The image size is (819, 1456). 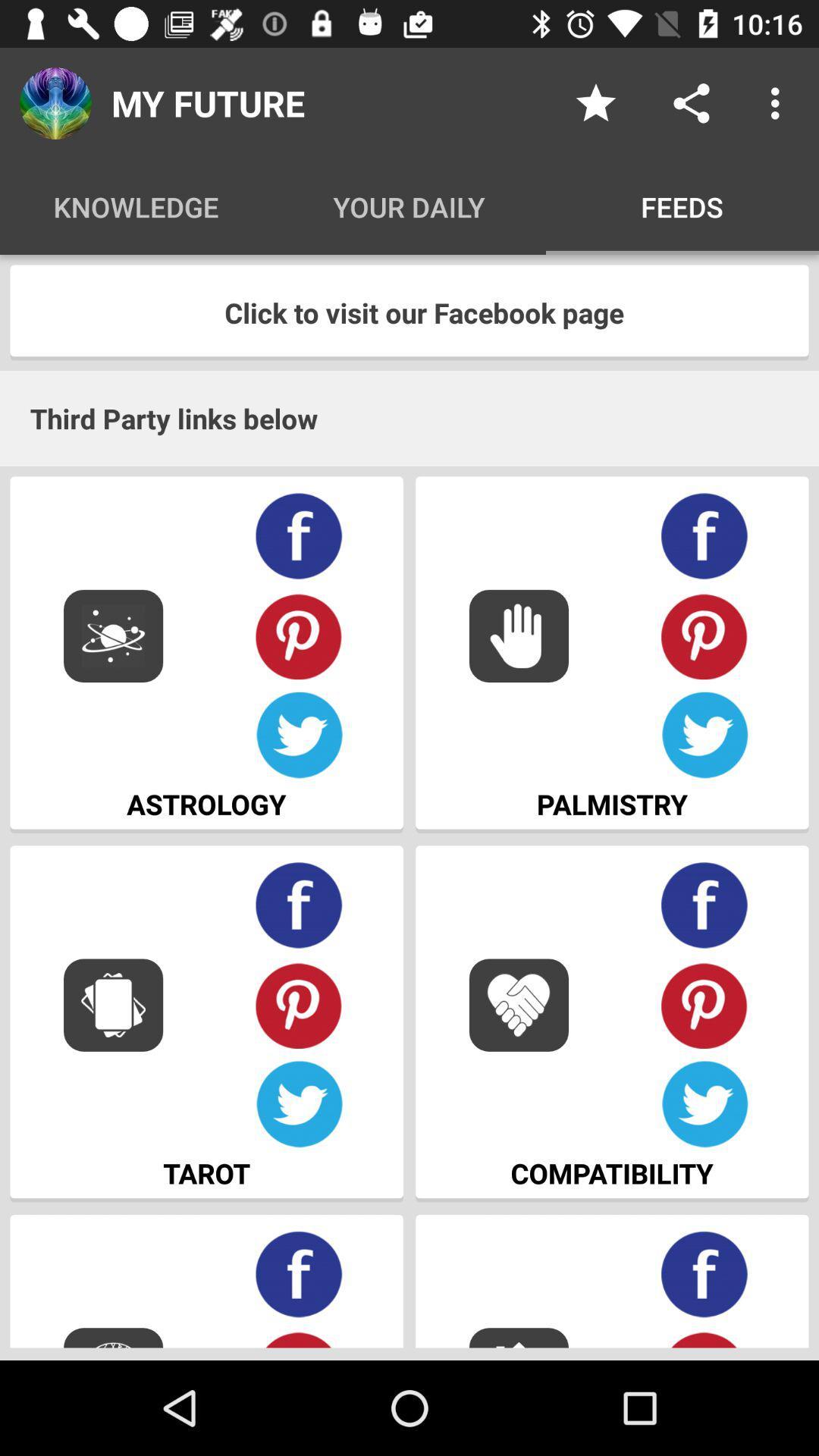 What do you see at coordinates (299, 536) in the screenshot?
I see `share your astrology to facebook` at bounding box center [299, 536].